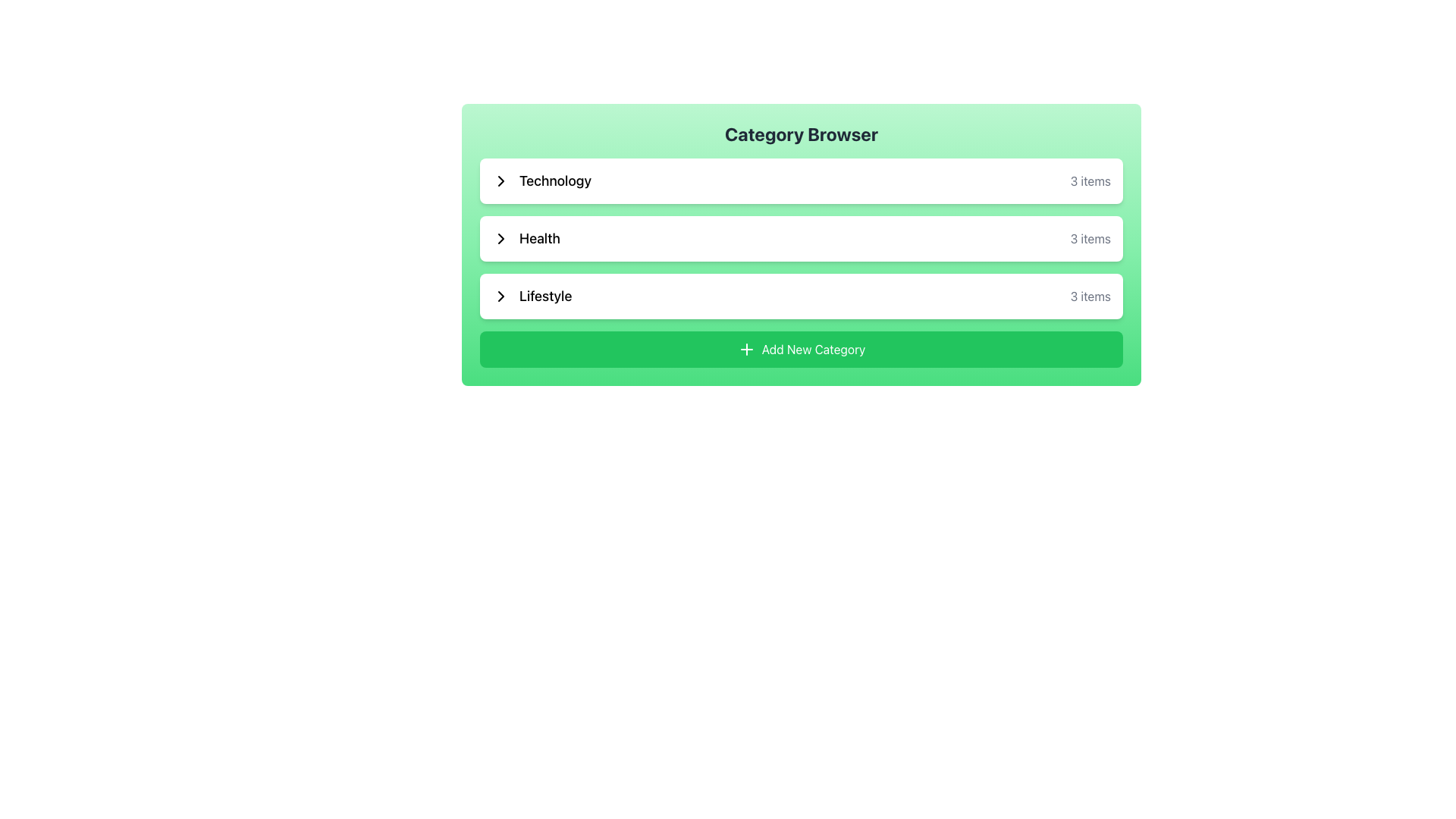 This screenshot has width=1456, height=819. I want to click on the rightward-pointing chevron icon located beside the text 'Lifestyle', so click(501, 296).